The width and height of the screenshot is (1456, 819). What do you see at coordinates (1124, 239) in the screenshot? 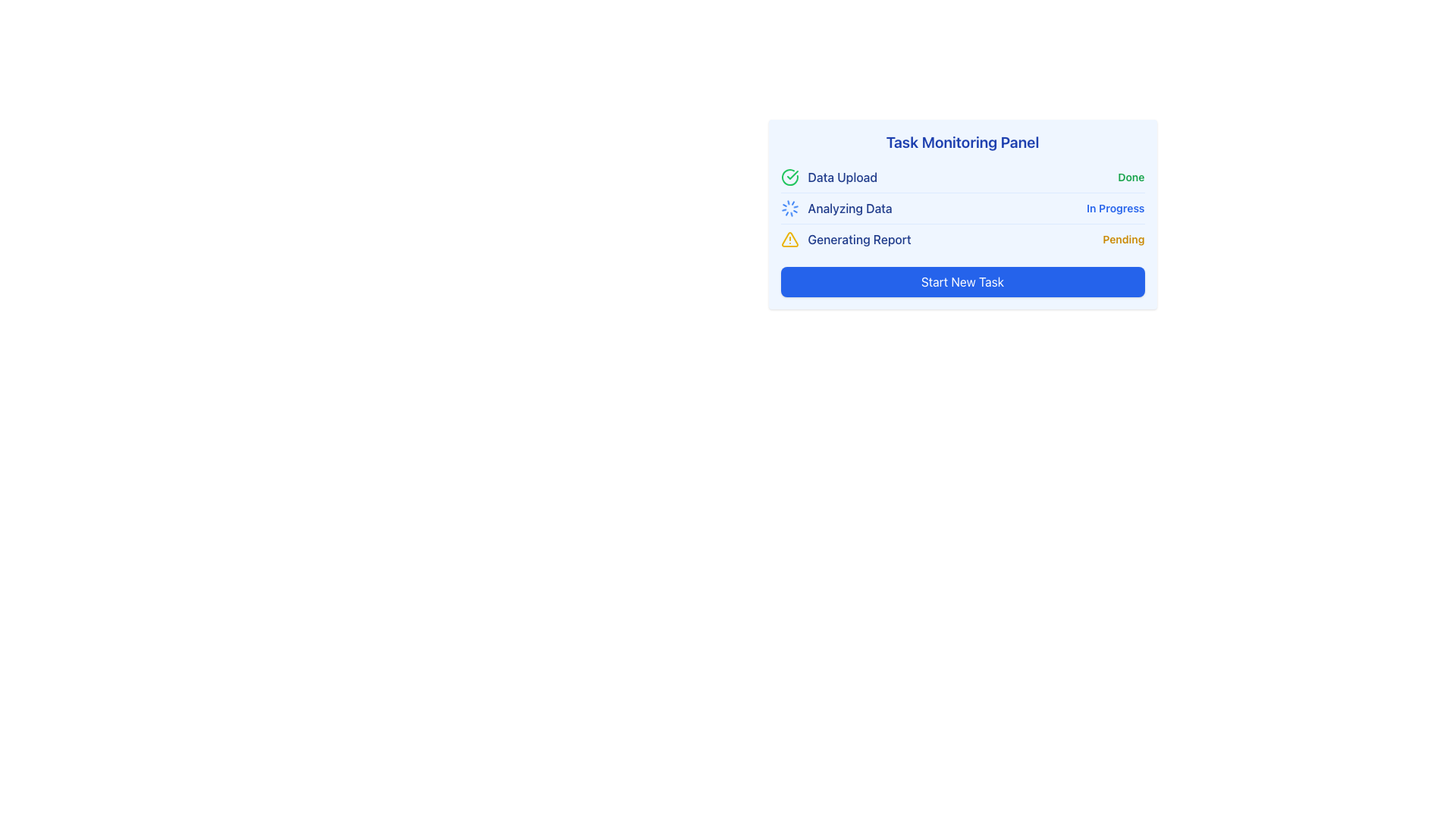
I see `the text label displaying 'Pending' in yellow-orange color, which indicates the status of the task 'Generating Report' in the Task Monitoring Panel` at bounding box center [1124, 239].